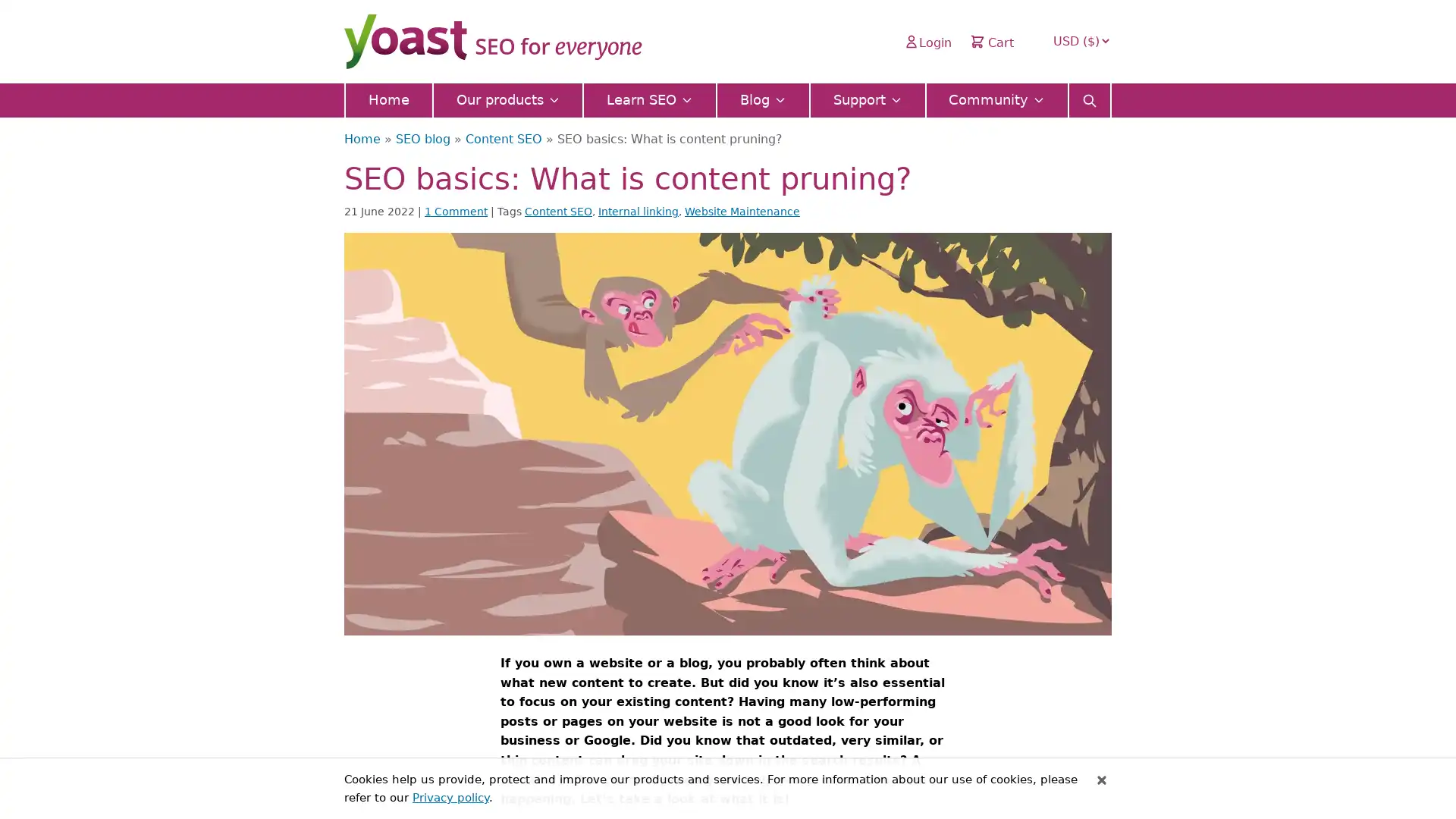 The height and width of the screenshot is (819, 1456). Describe the element at coordinates (1088, 96) in the screenshot. I see `Open search box` at that location.